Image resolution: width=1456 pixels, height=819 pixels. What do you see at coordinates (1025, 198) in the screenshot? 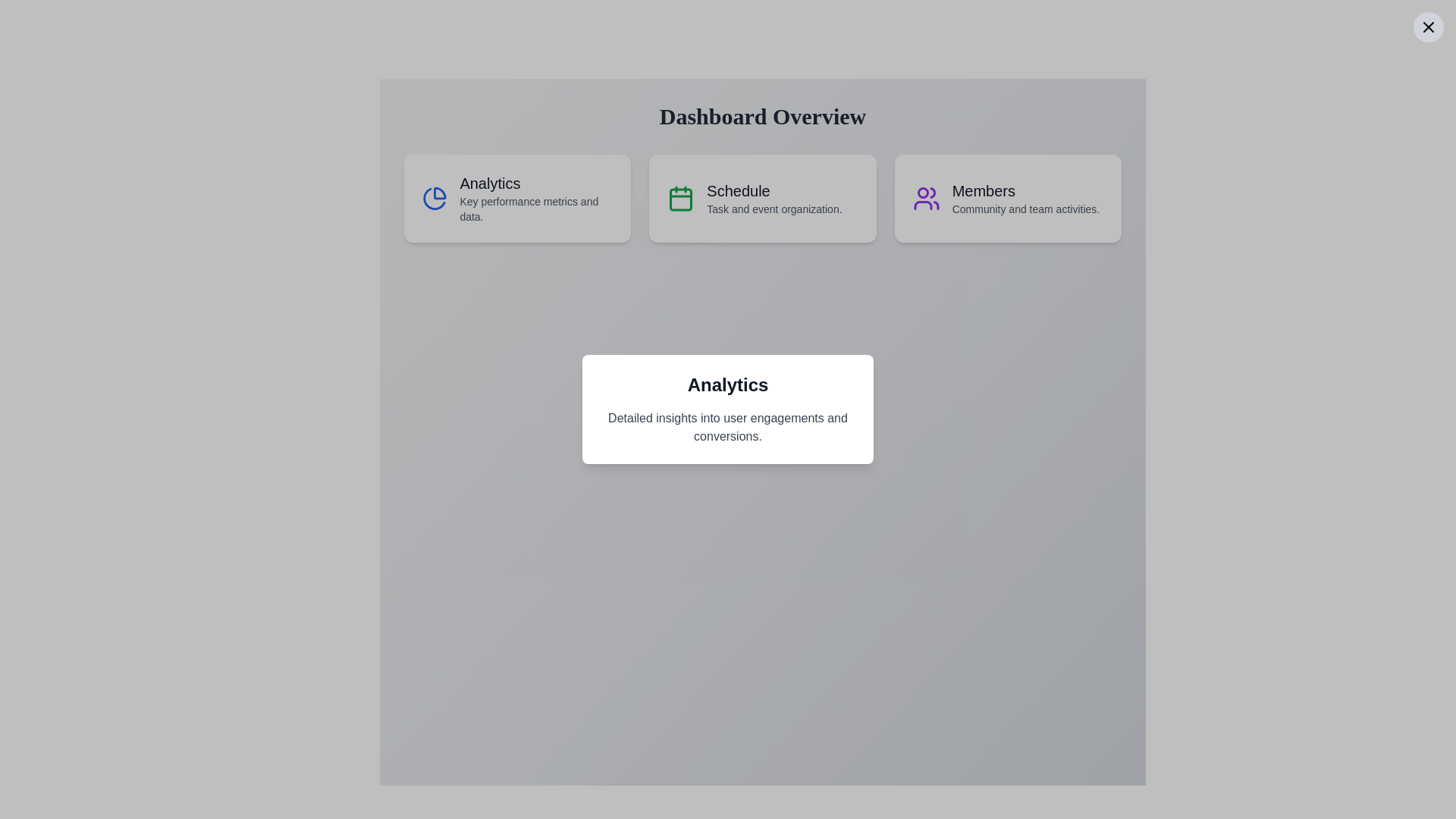
I see `text from the informational block with the heading 'Members' and subheading 'Community and team activities.'` at bounding box center [1025, 198].